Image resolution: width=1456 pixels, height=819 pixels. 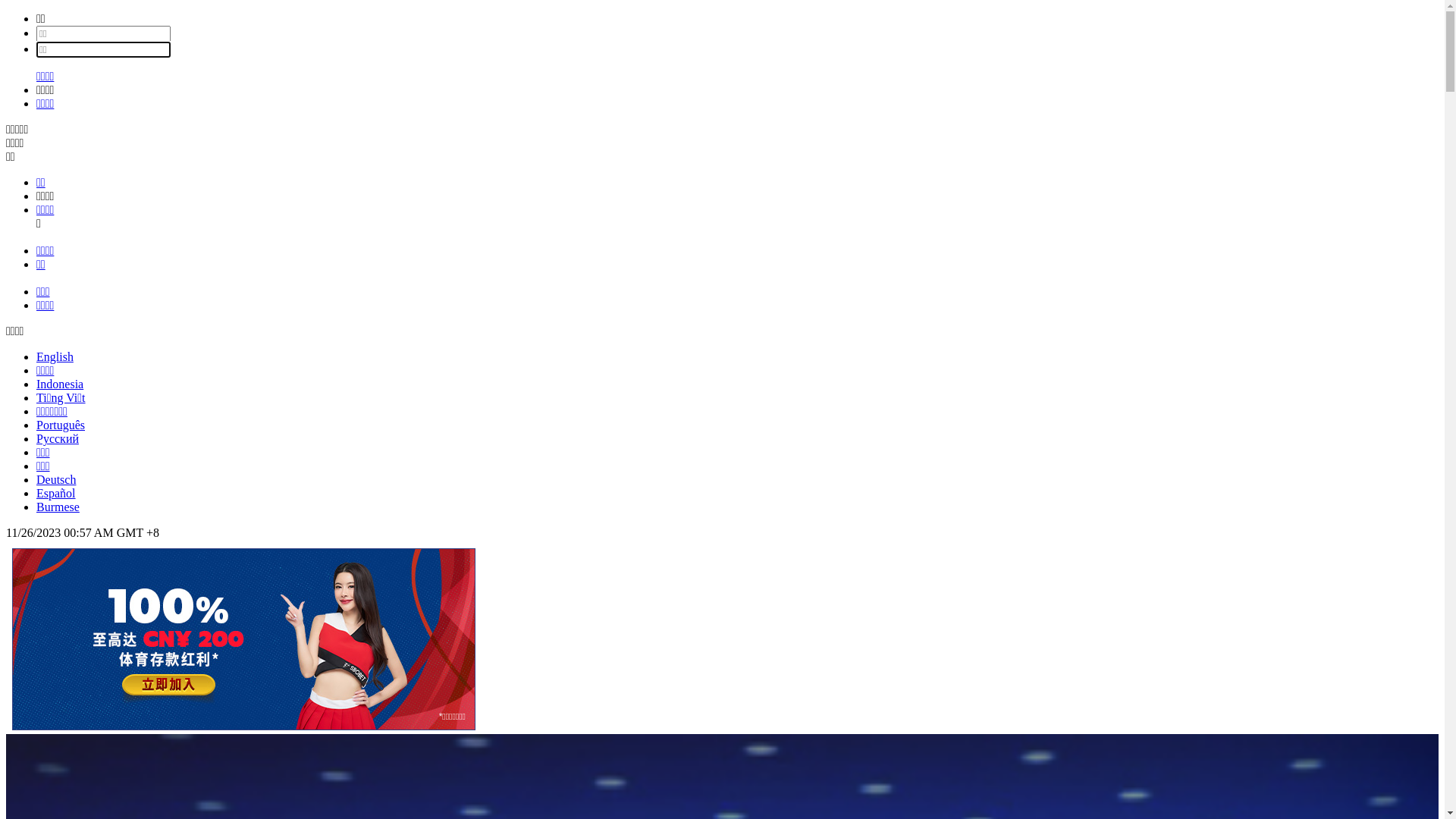 I want to click on 'Burmese', so click(x=58, y=507).